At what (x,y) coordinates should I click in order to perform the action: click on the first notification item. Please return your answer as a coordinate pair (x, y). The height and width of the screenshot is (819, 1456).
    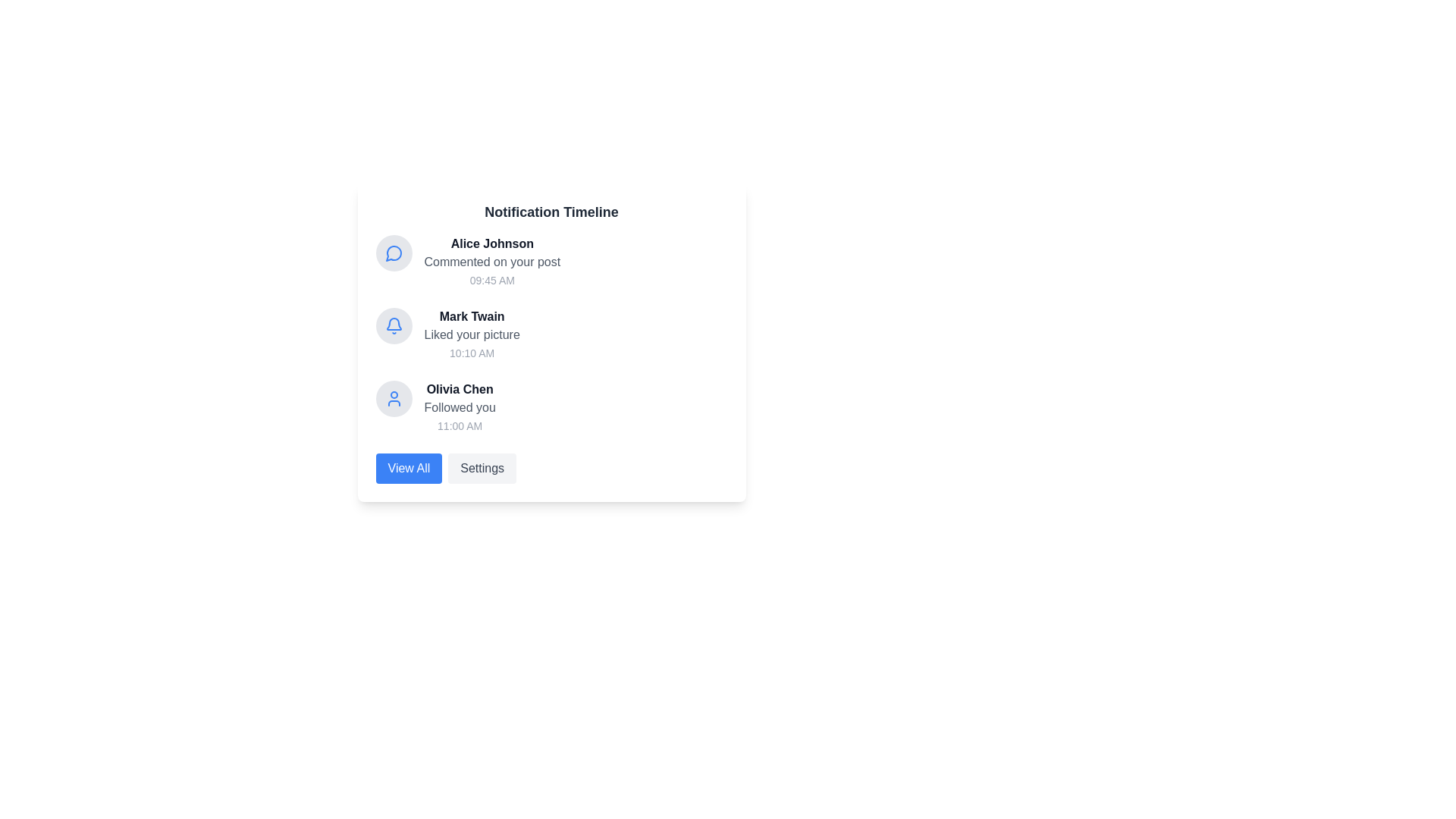
    Looking at the image, I should click on (492, 262).